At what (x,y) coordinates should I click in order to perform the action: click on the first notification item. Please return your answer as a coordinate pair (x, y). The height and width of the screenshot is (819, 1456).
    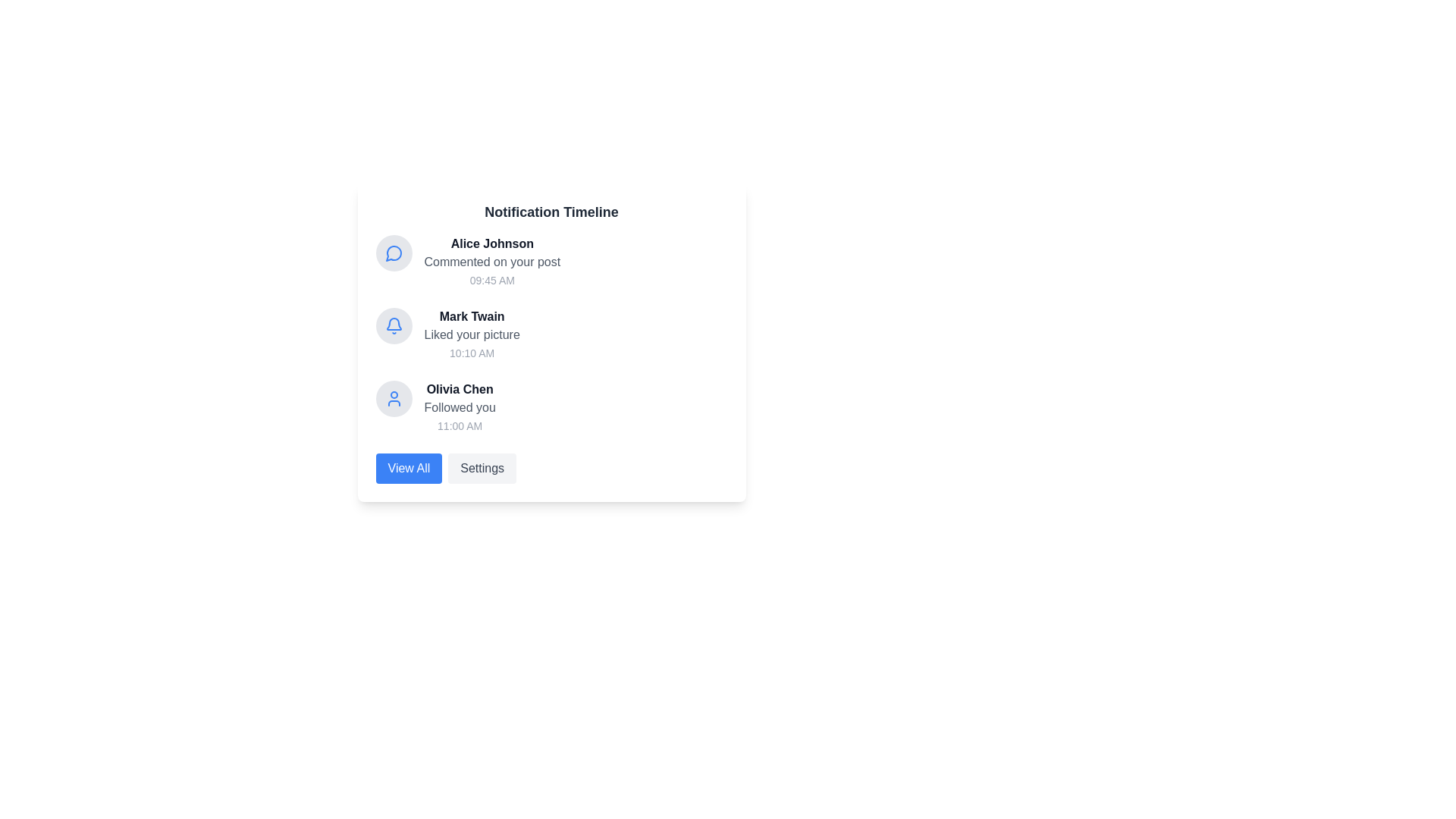
    Looking at the image, I should click on (492, 262).